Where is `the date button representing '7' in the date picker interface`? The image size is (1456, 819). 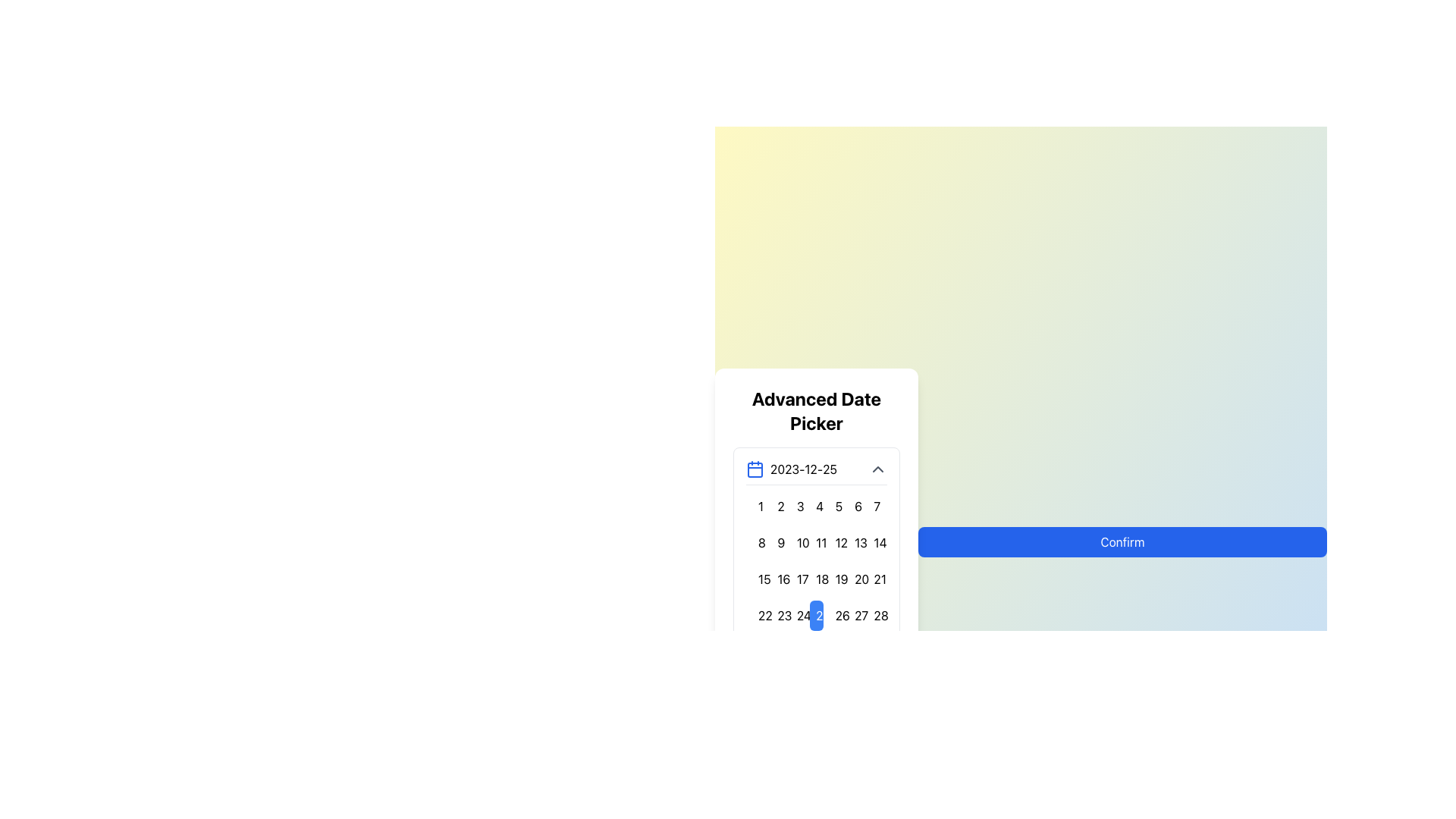
the date button representing '7' in the date picker interface is located at coordinates (874, 506).